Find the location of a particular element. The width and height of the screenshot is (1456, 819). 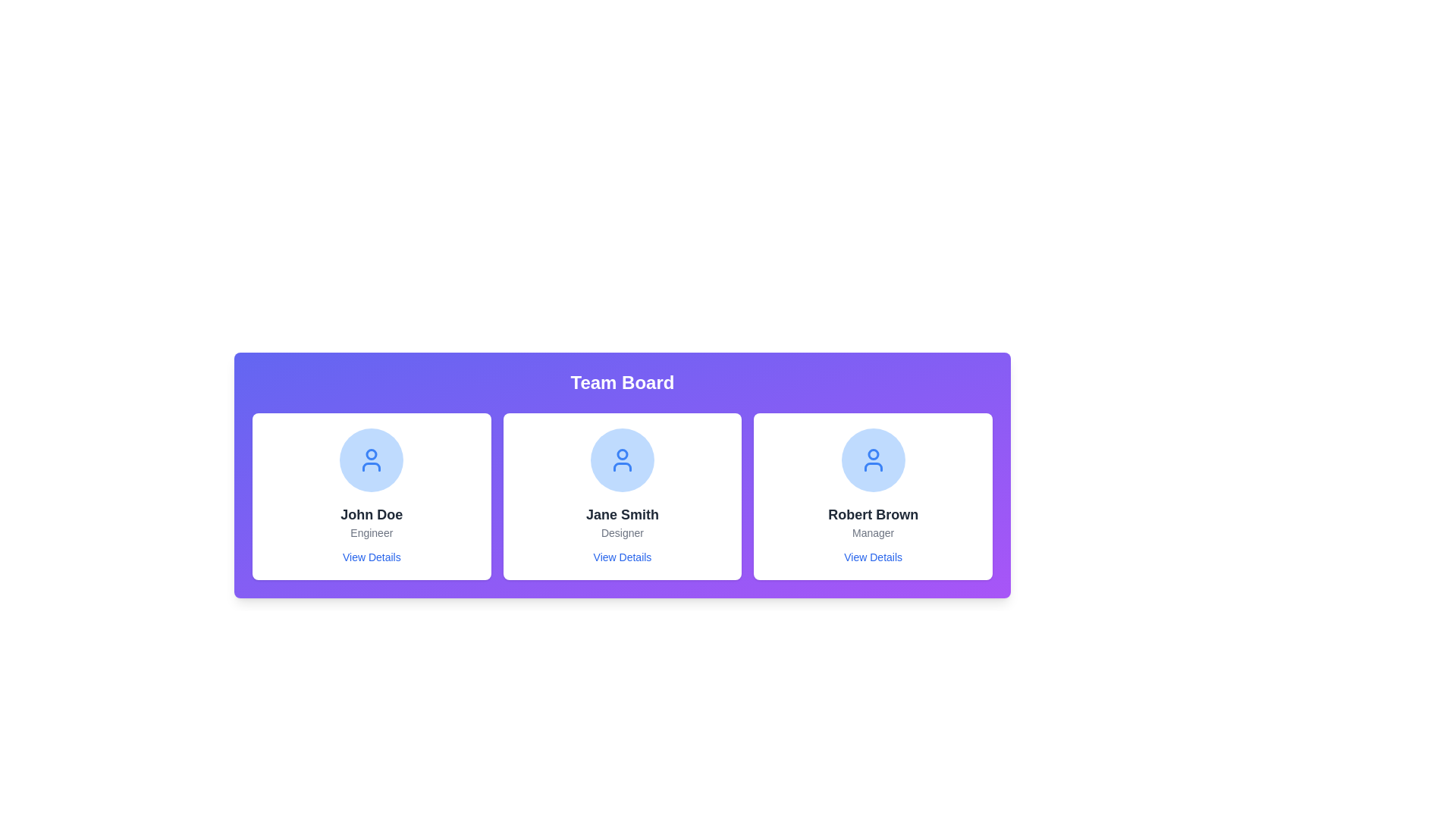

the 'View Details' hyperlink styled with blue font and underlined text, located at the bottom of Robert Brown's card is located at coordinates (873, 557).